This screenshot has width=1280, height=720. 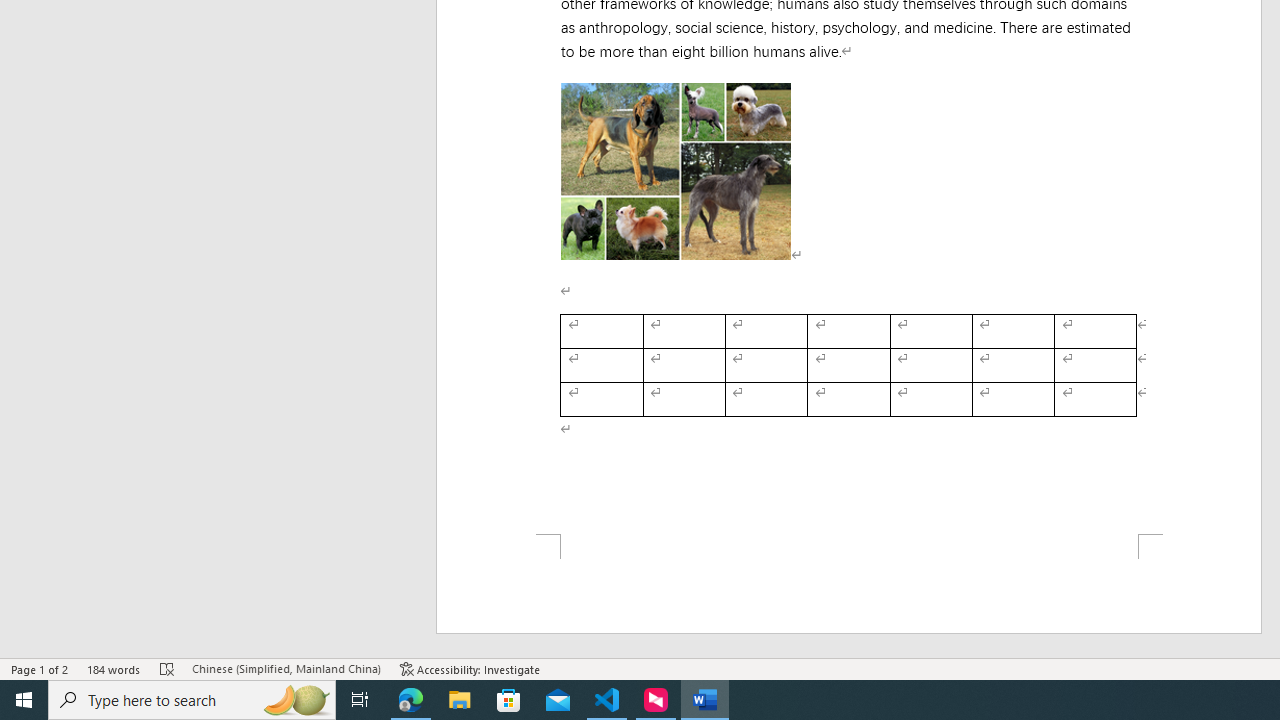 I want to click on 'Morphological variation in six dogs', so click(x=675, y=170).